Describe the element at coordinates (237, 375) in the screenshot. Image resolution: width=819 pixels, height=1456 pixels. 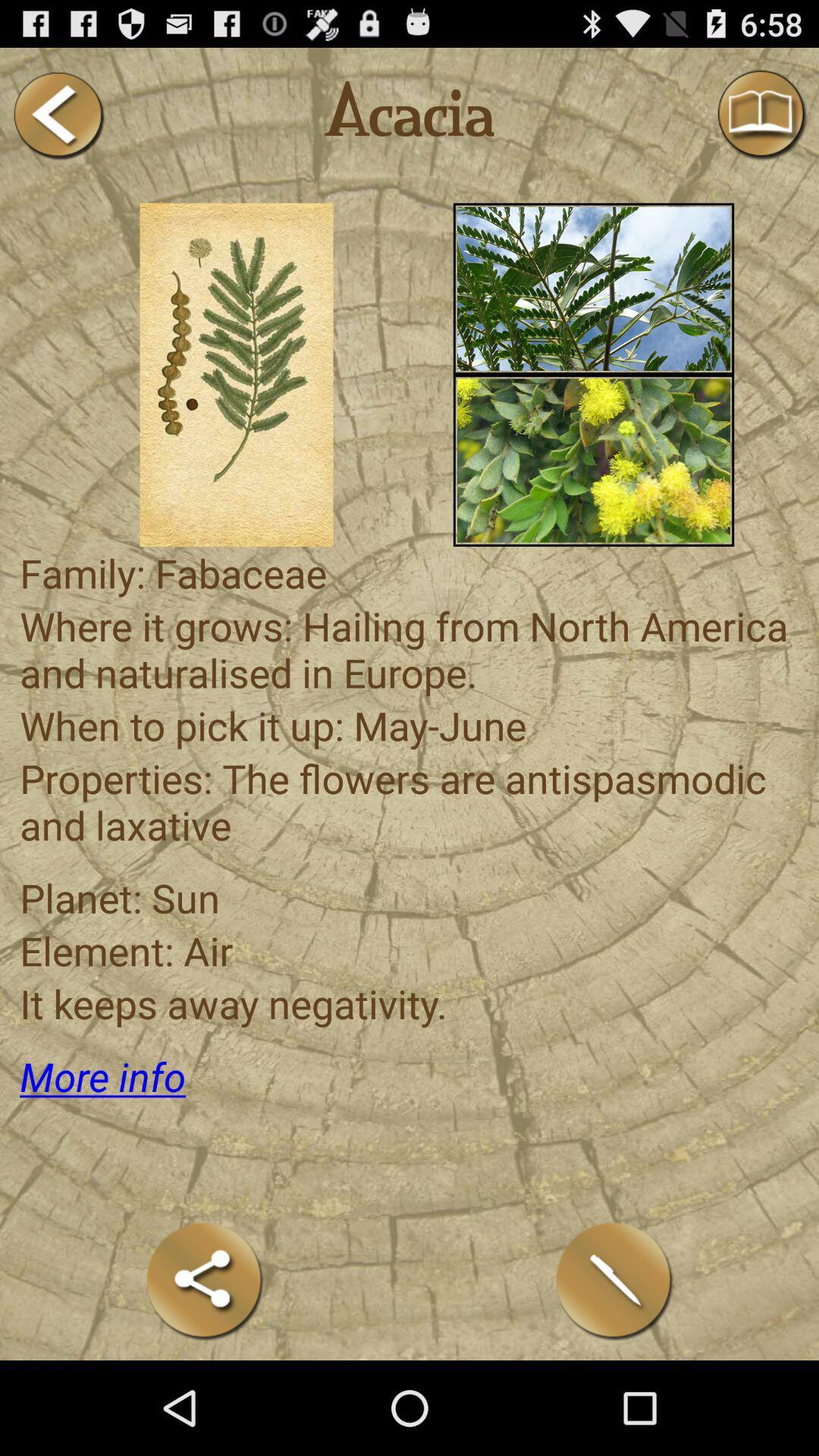
I see `picker` at that location.